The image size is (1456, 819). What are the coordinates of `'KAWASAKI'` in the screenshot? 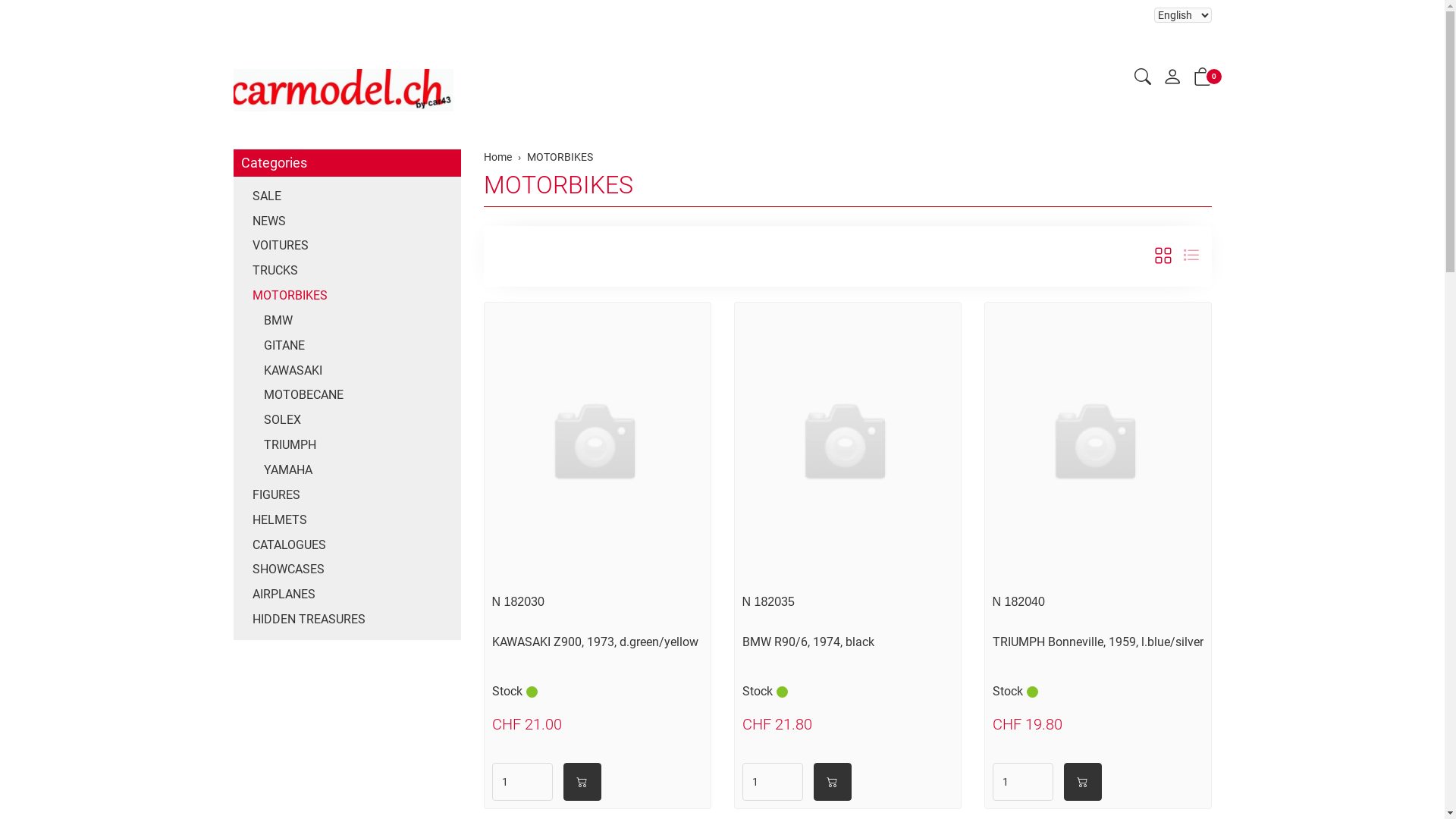 It's located at (346, 371).